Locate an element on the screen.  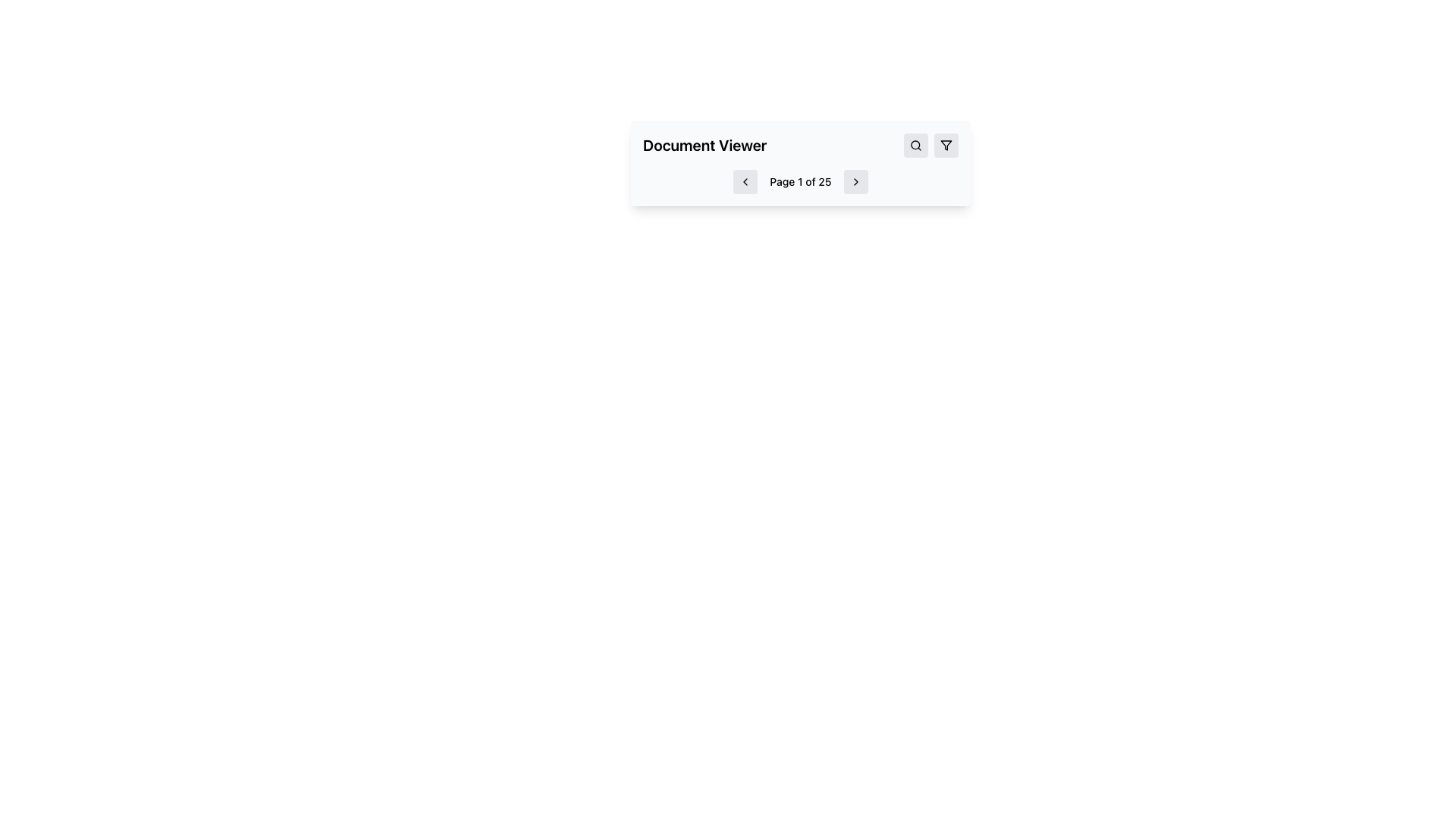
the circular gray button with a black magnifying glass icon, located to the right of the 'Document Viewer' label is located at coordinates (915, 146).